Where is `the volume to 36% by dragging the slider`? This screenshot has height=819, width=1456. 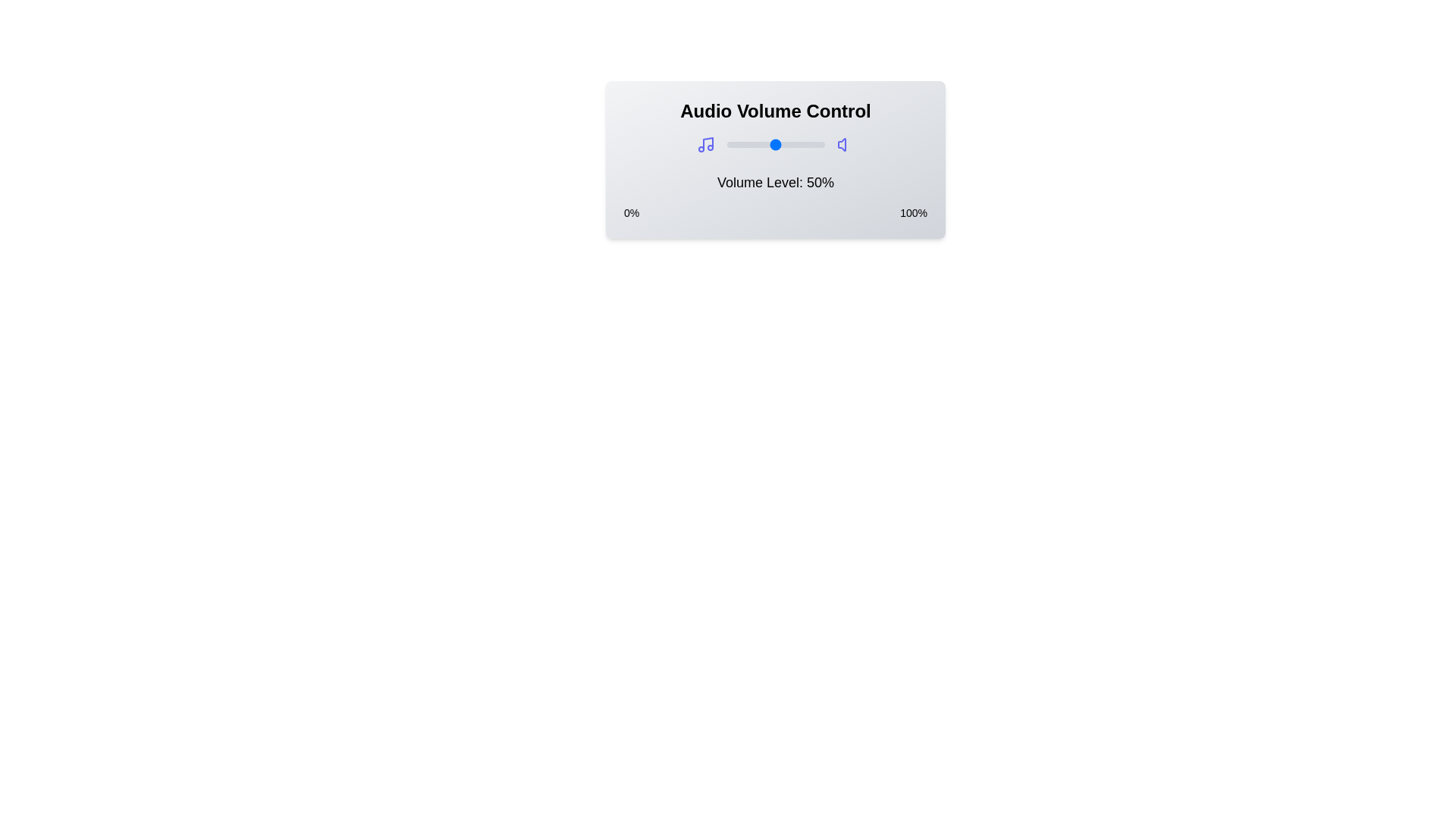
the volume to 36% by dragging the slider is located at coordinates (761, 145).